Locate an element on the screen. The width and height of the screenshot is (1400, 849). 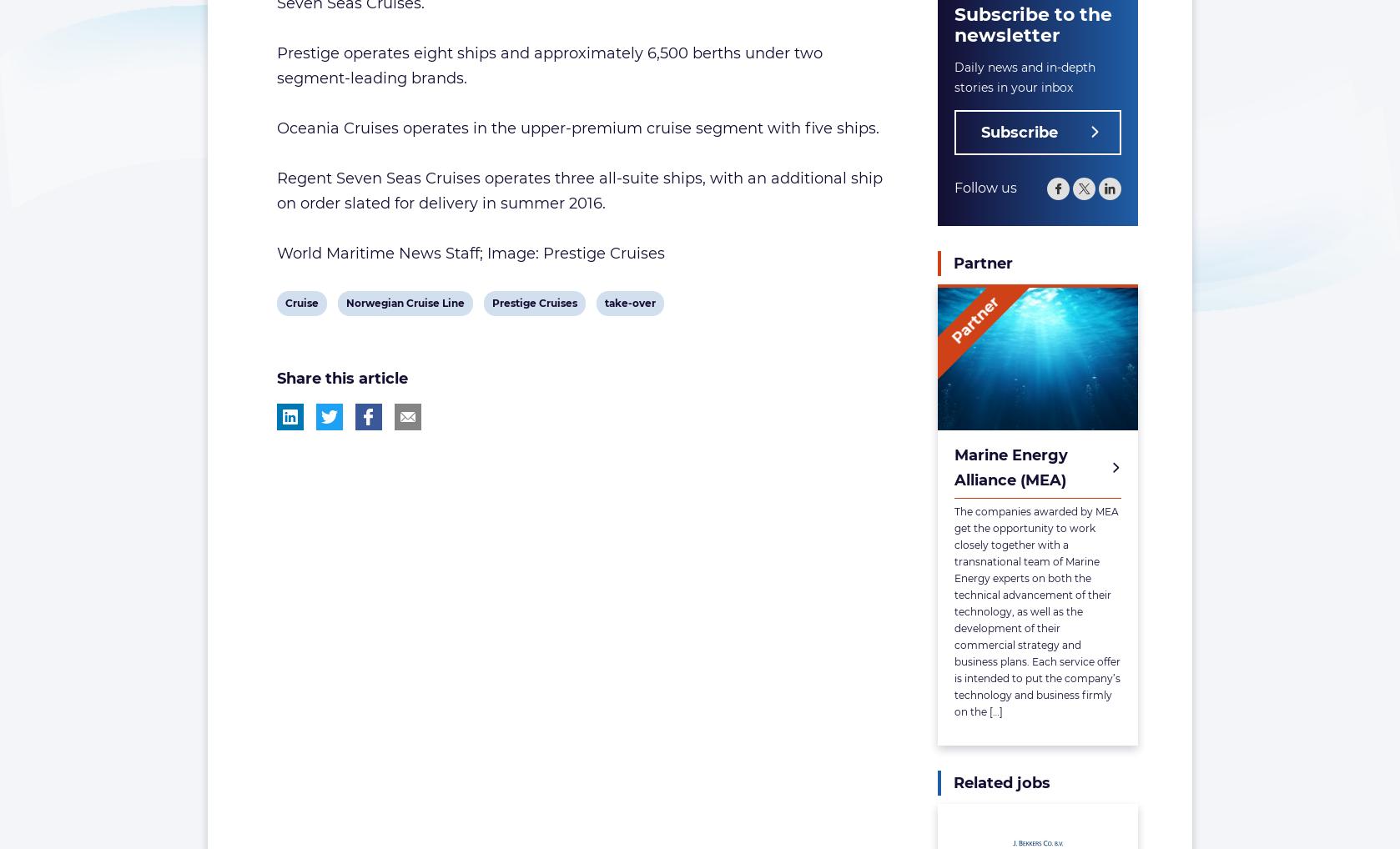
'Oceania Cruises operates in the upper-premium cruise segment with five ships.' is located at coordinates (577, 128).